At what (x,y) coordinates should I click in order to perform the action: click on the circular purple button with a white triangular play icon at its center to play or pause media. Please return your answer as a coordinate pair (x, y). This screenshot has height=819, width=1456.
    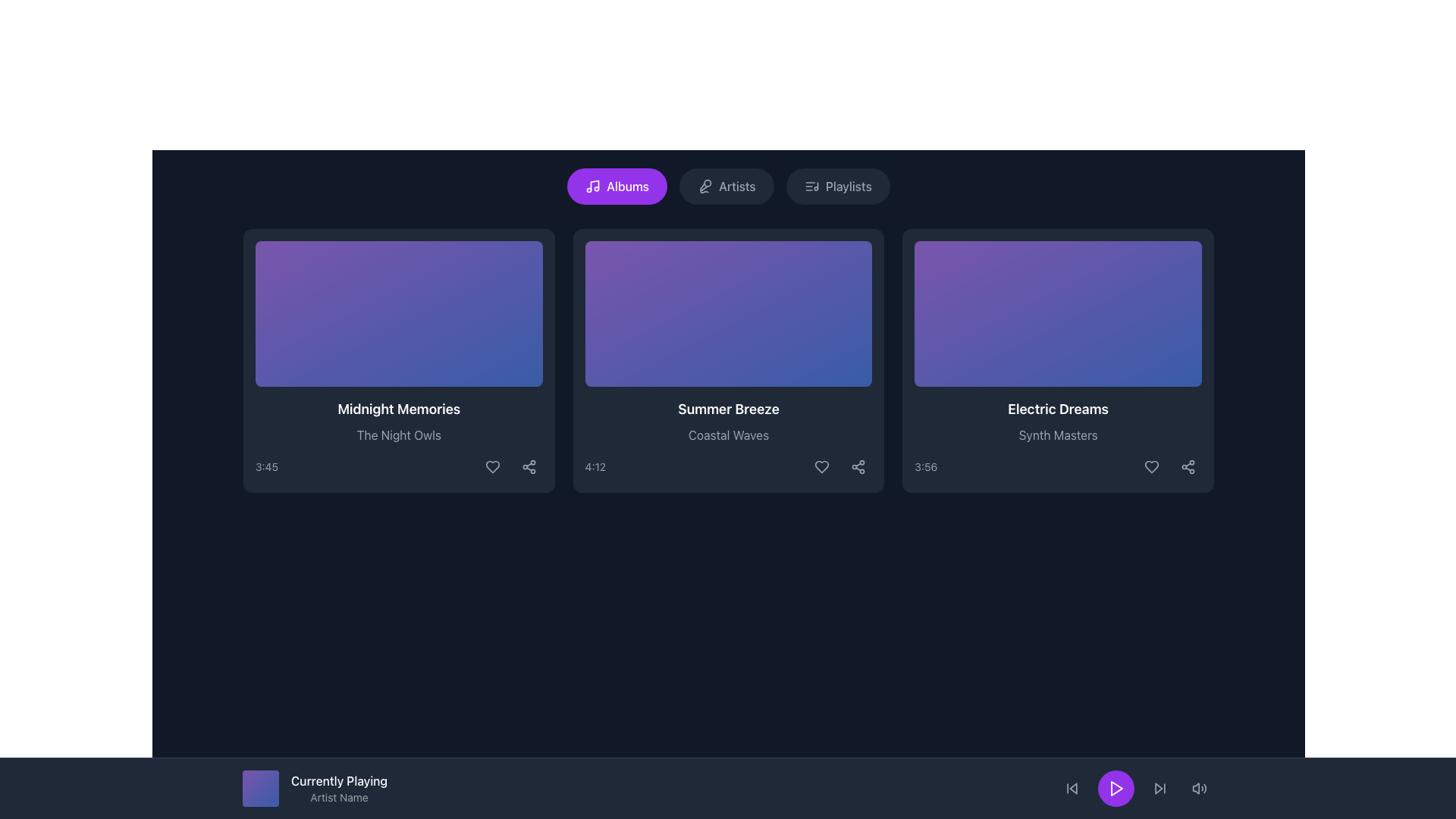
    Looking at the image, I should click on (1116, 788).